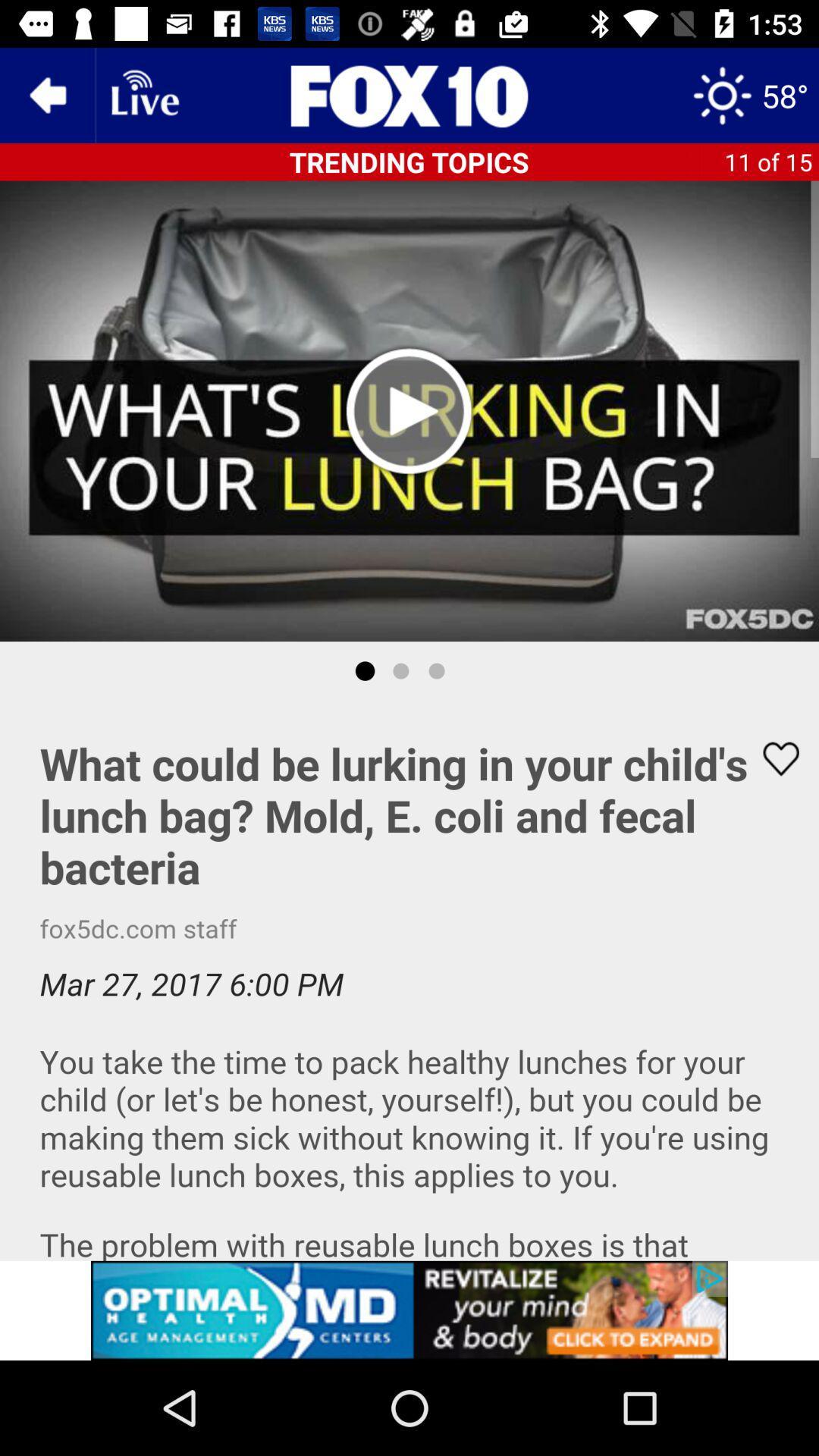 The image size is (819, 1456). I want to click on like this article, so click(409, 981).